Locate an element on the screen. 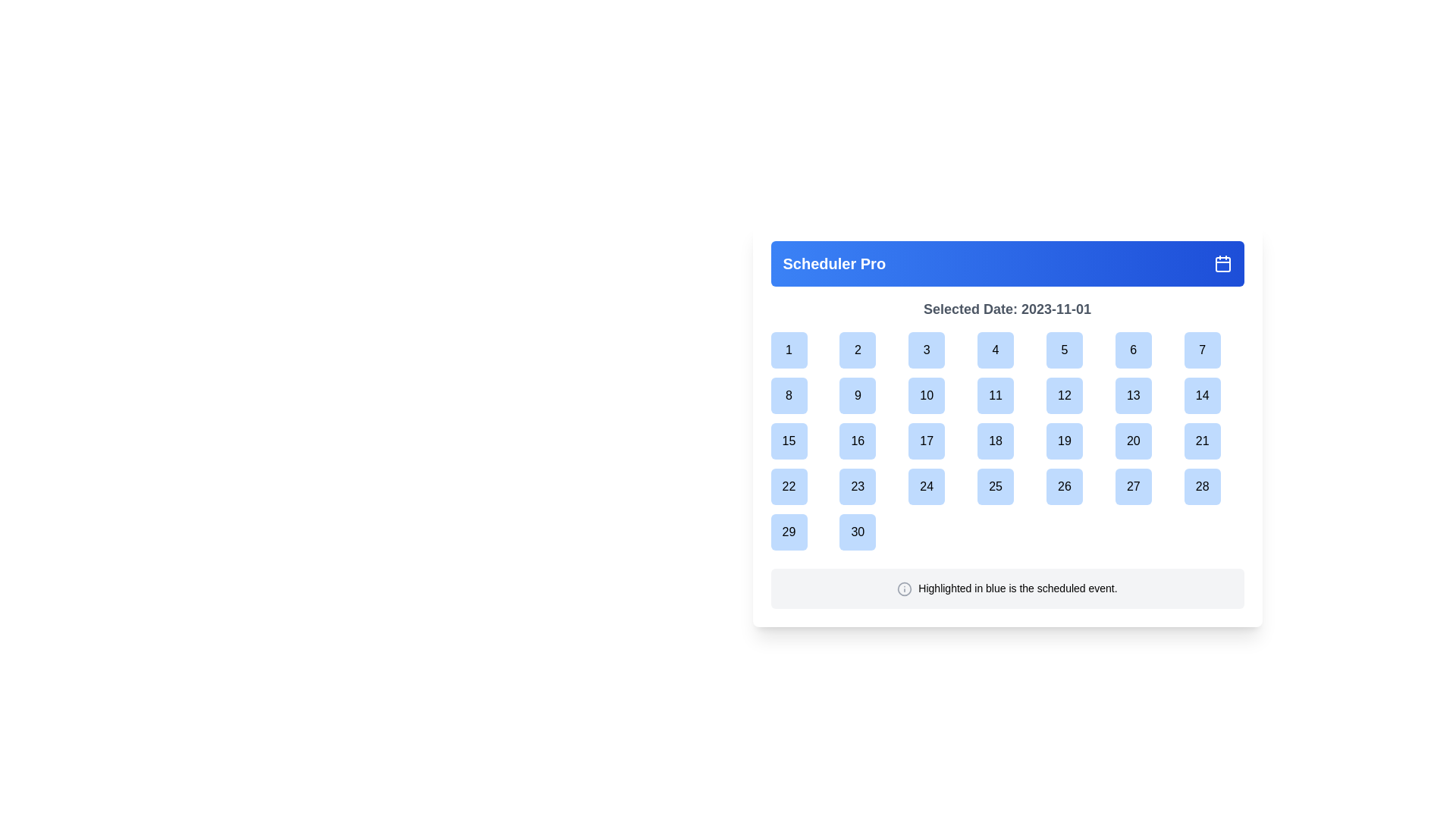 The image size is (1456, 819). the button representing the 22nd day in the monthly calendar view is located at coordinates (789, 486).